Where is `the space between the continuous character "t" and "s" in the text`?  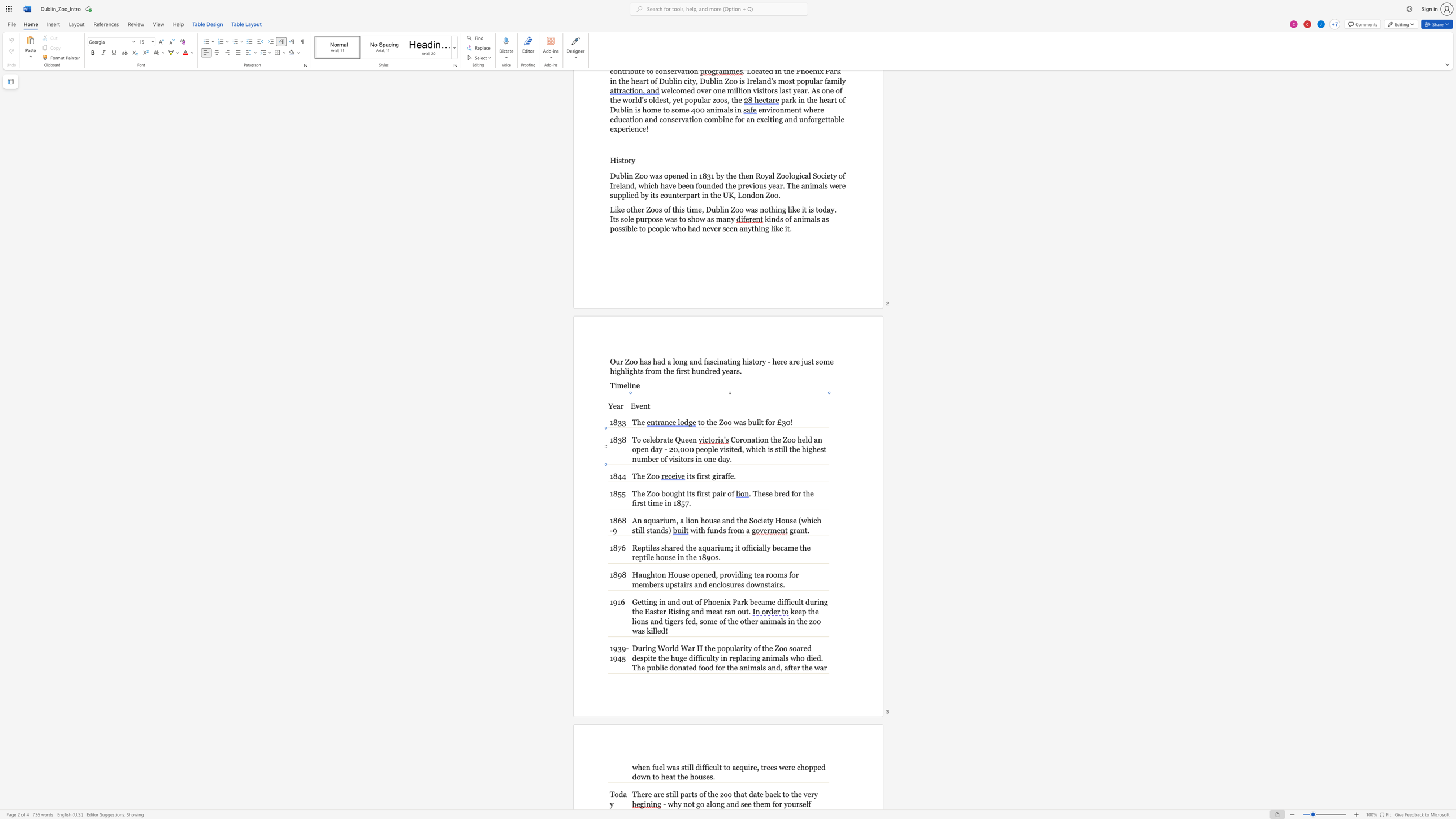 the space between the continuous character "t" and "s" in the text is located at coordinates (691, 493).